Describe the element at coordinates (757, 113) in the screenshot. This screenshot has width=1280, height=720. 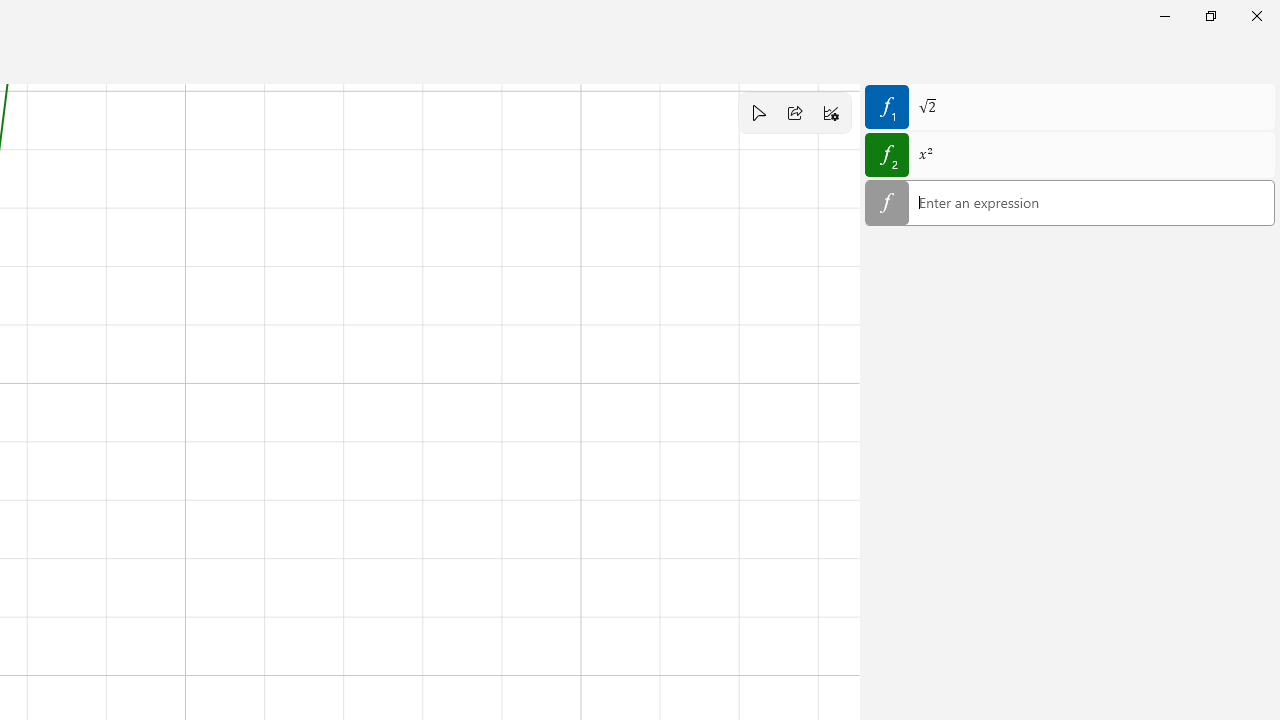
I see `'Start tracing'` at that location.